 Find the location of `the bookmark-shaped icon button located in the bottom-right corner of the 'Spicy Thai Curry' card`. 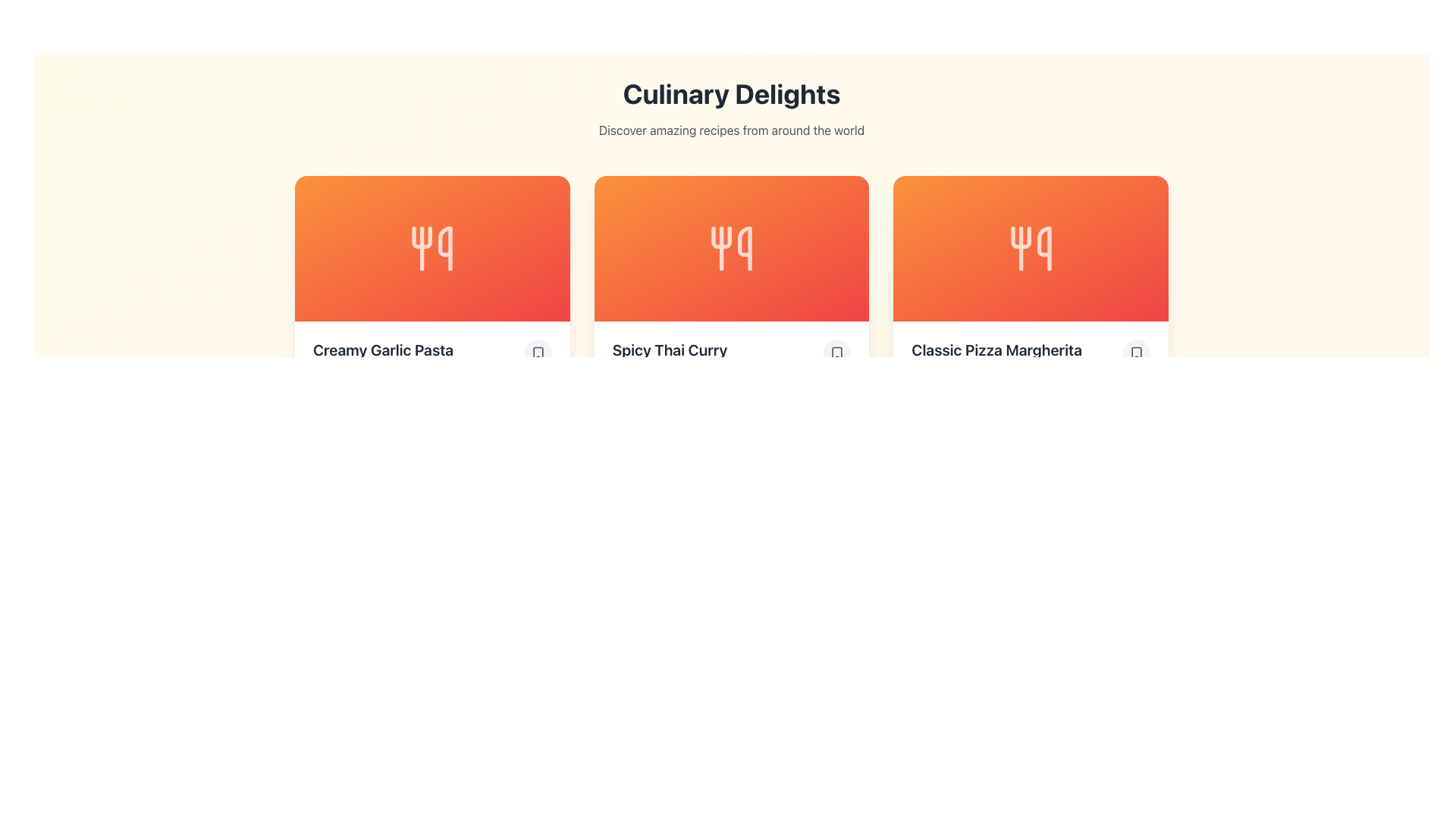

the bookmark-shaped icon button located in the bottom-right corner of the 'Spicy Thai Curry' card is located at coordinates (836, 353).